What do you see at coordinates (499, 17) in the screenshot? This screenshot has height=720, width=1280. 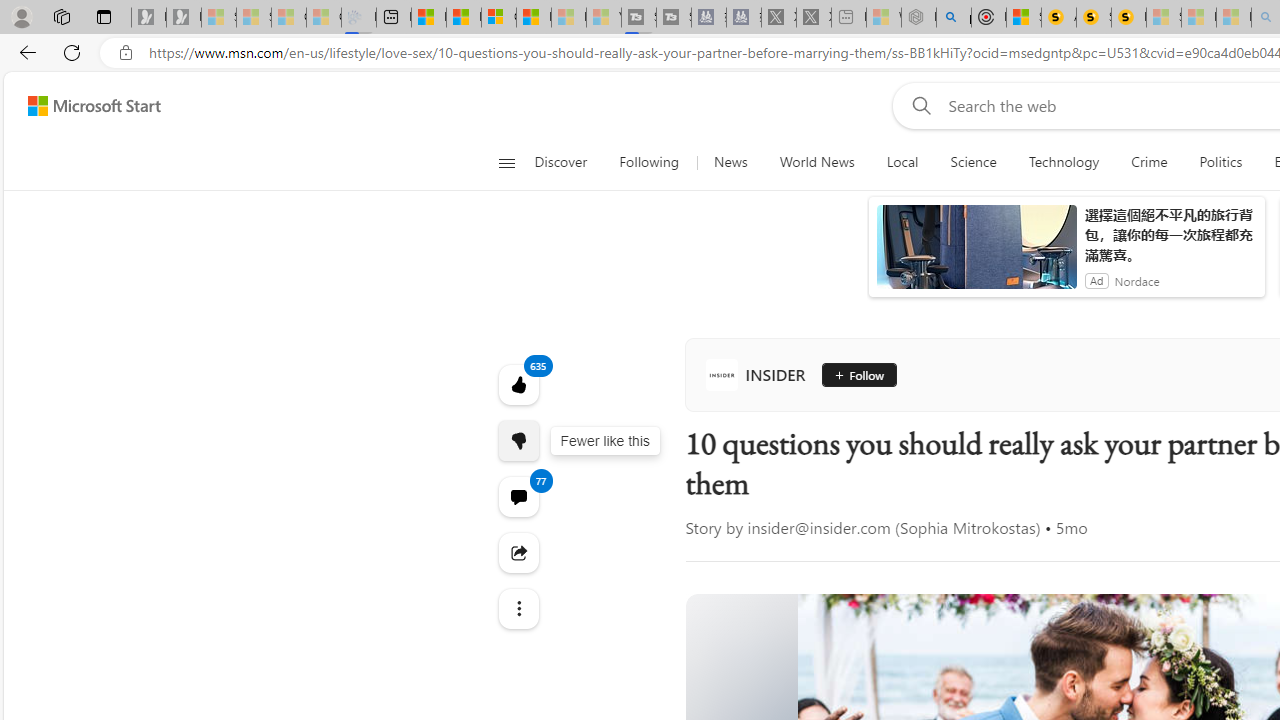 I see `'Overview'` at bounding box center [499, 17].